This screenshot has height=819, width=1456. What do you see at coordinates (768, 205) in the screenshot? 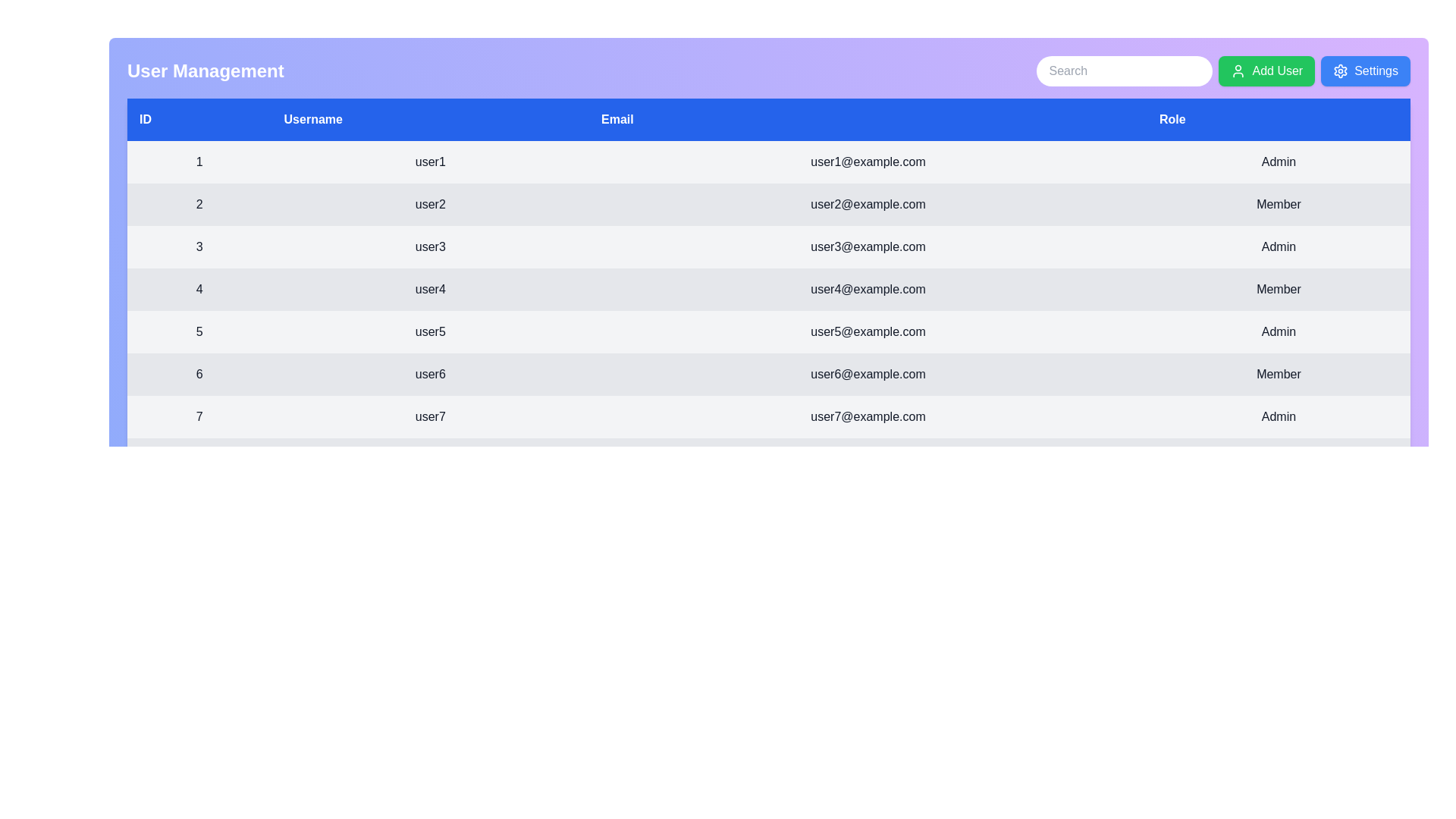
I see `the row corresponding to 2` at bounding box center [768, 205].